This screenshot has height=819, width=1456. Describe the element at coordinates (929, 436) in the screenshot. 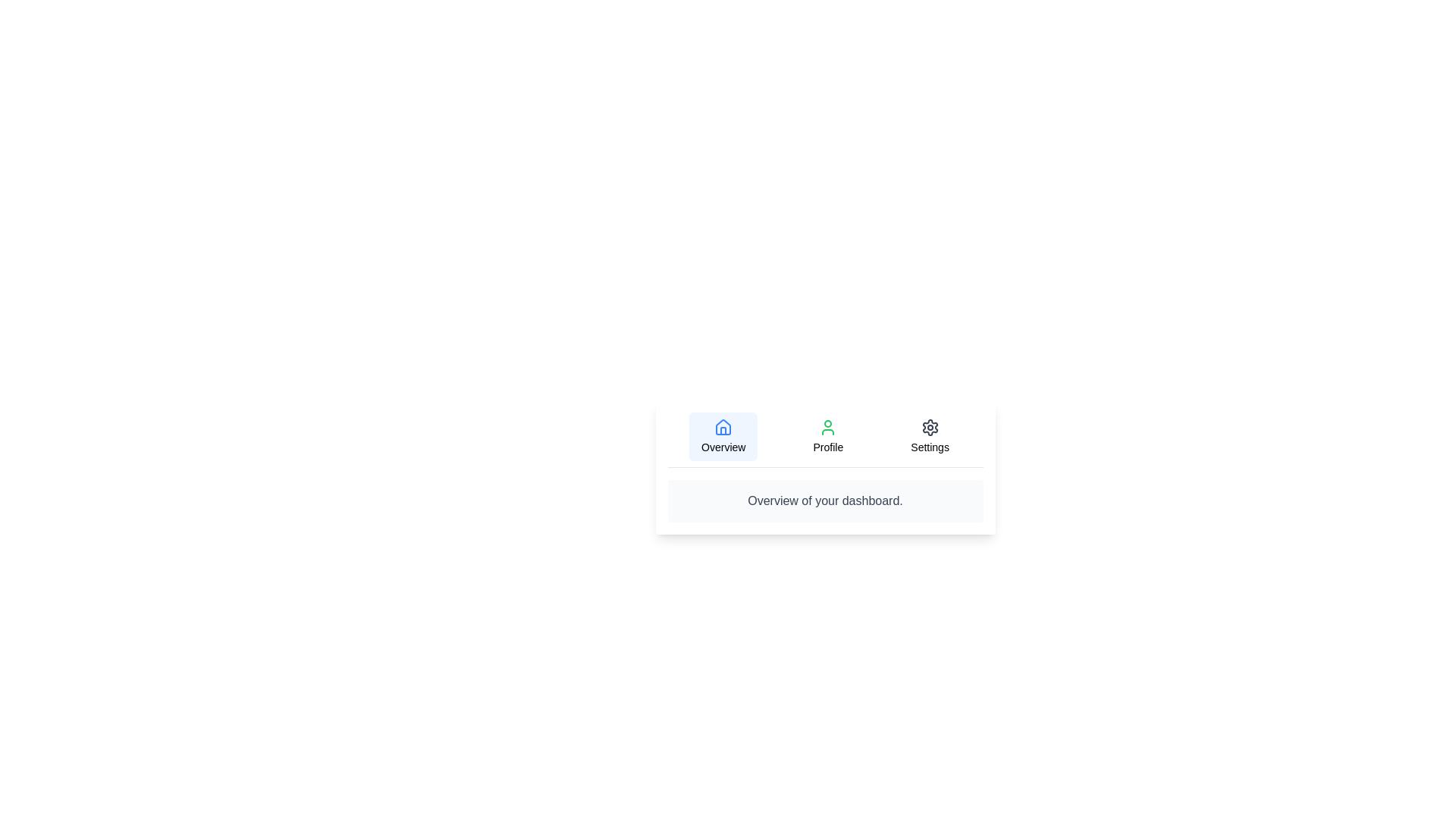

I see `the Settings tab to switch views` at that location.